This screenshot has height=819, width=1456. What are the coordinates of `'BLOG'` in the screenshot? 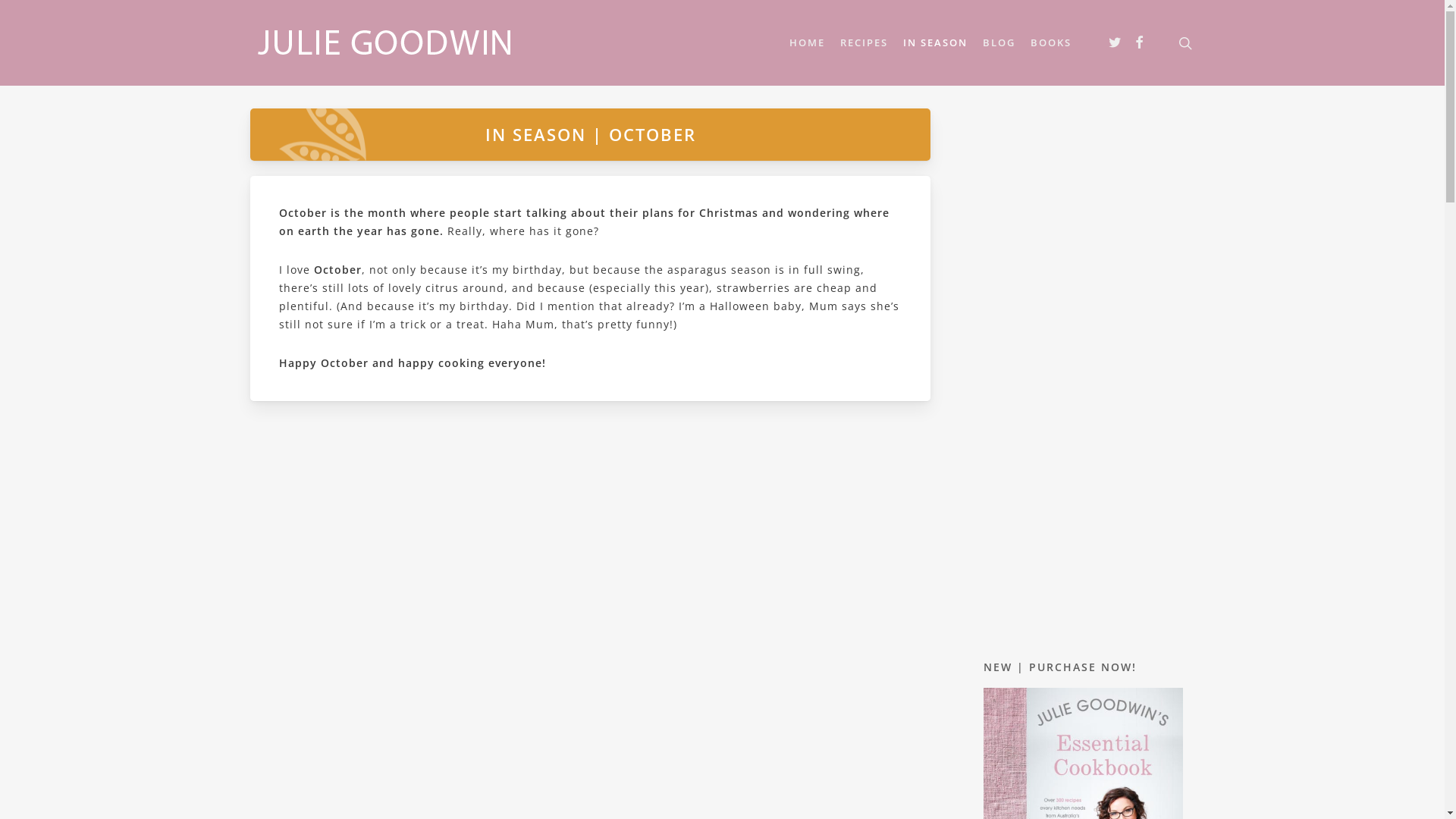 It's located at (999, 42).